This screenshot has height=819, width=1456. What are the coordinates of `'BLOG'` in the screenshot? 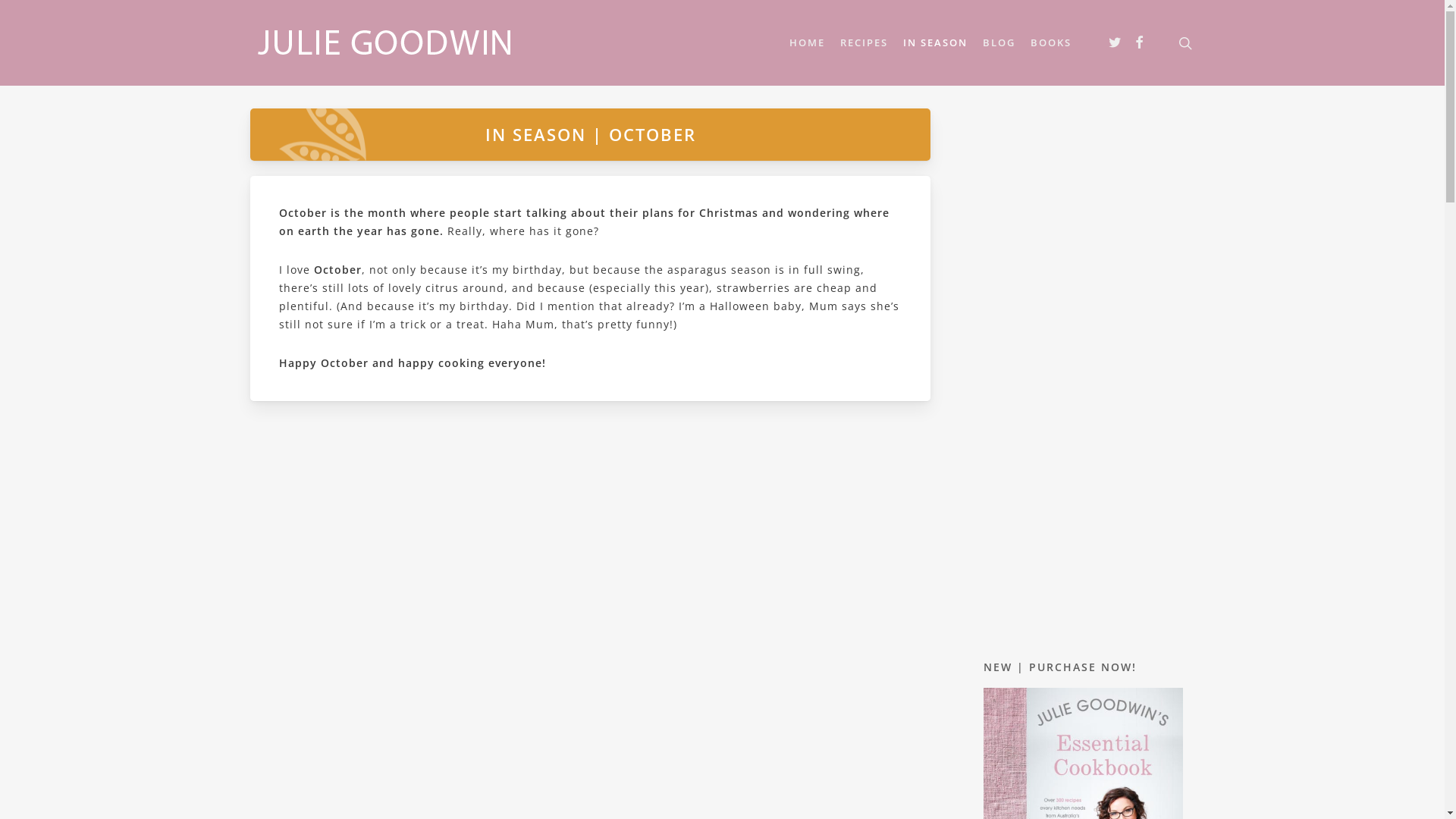 It's located at (999, 42).